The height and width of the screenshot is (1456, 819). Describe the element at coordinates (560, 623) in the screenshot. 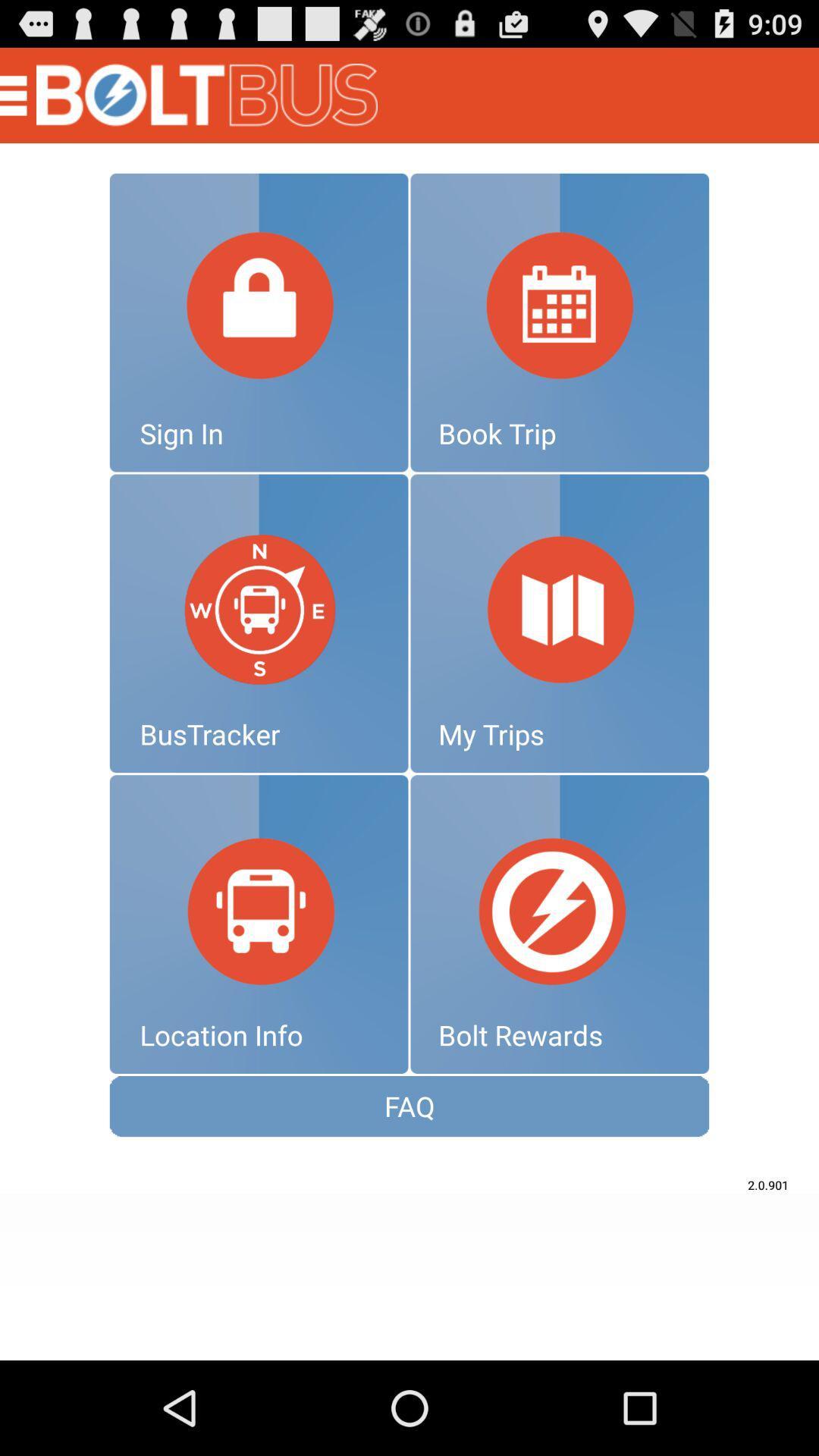

I see `my trips section` at that location.